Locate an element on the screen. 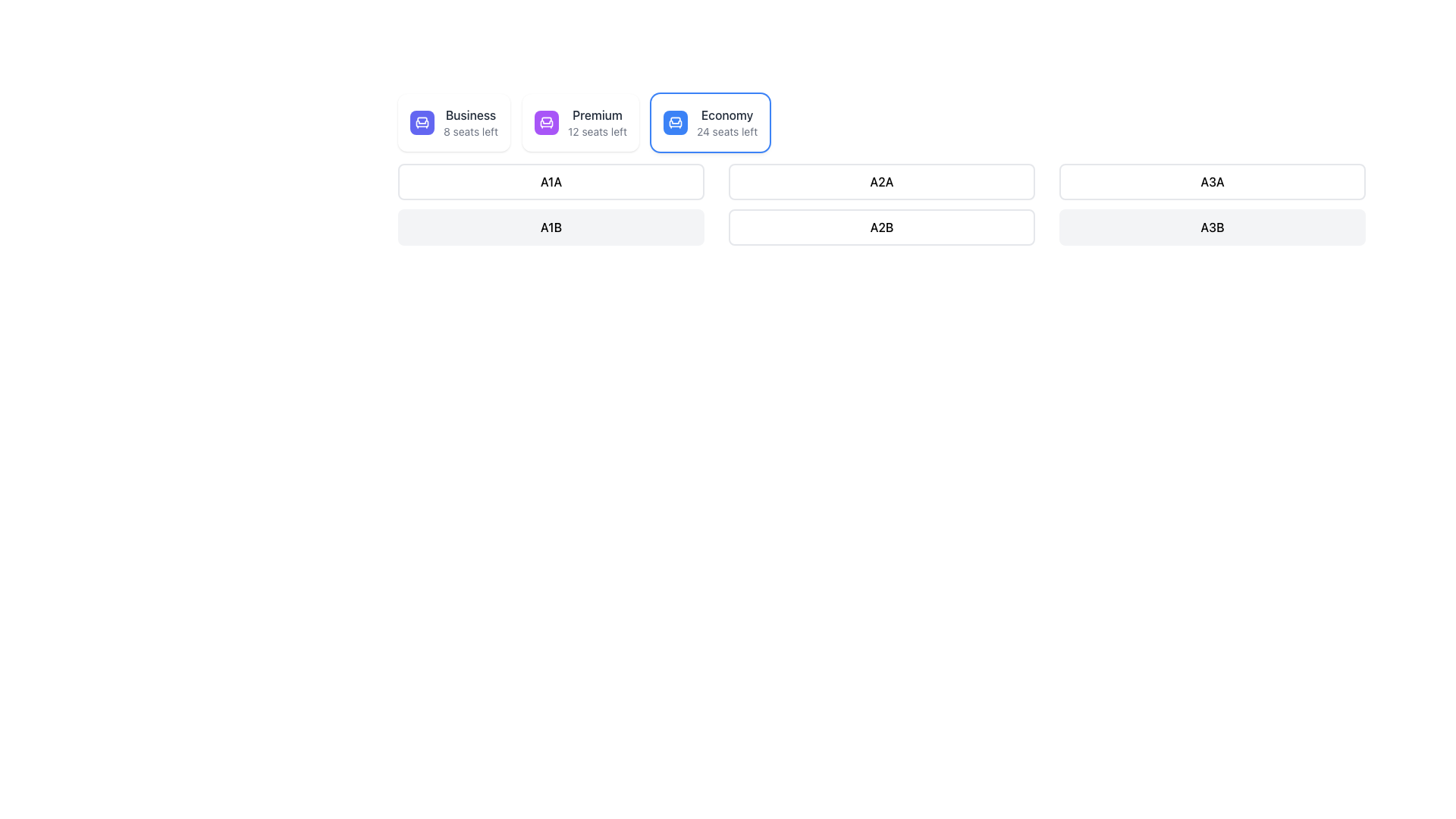 The width and height of the screenshot is (1456, 819). the Icon Button representing the 'Business' seating category, located in the top-left corner of the row of seat type options, above the label stating '8 seats left' is located at coordinates (422, 122).